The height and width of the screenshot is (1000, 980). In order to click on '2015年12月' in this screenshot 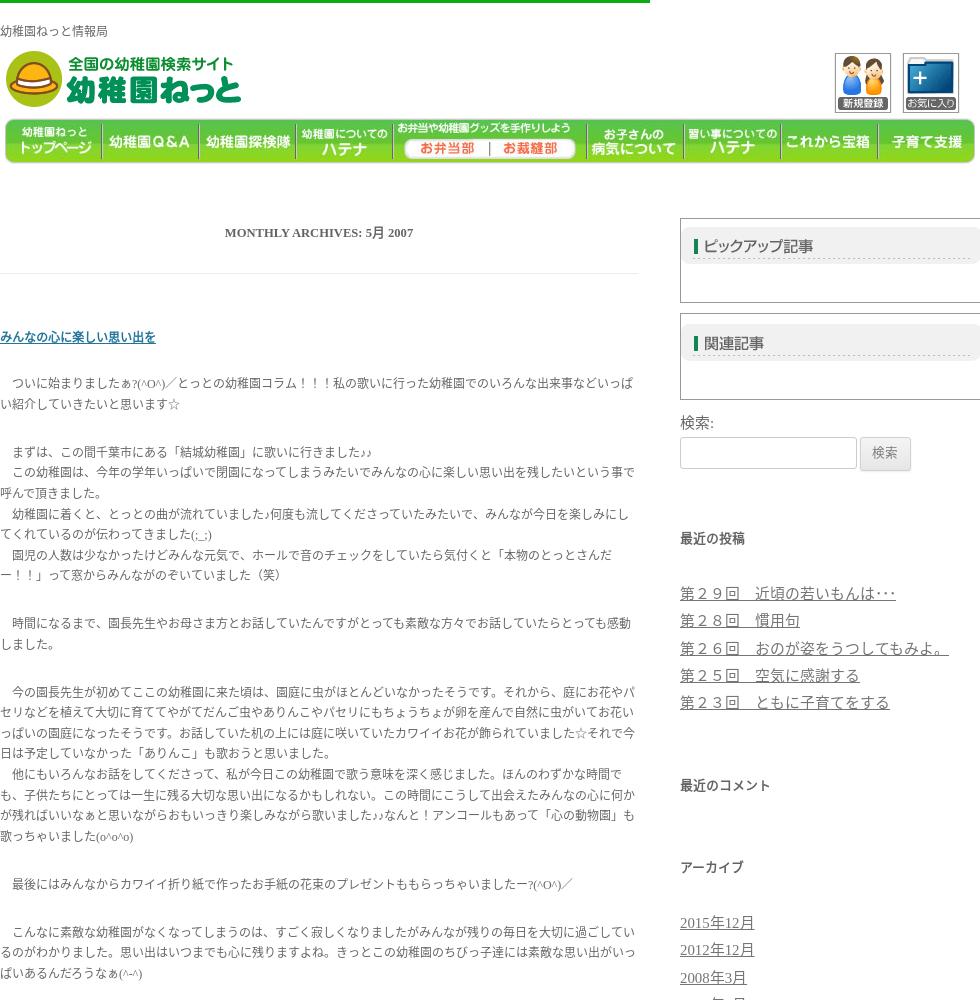, I will do `click(716, 922)`.